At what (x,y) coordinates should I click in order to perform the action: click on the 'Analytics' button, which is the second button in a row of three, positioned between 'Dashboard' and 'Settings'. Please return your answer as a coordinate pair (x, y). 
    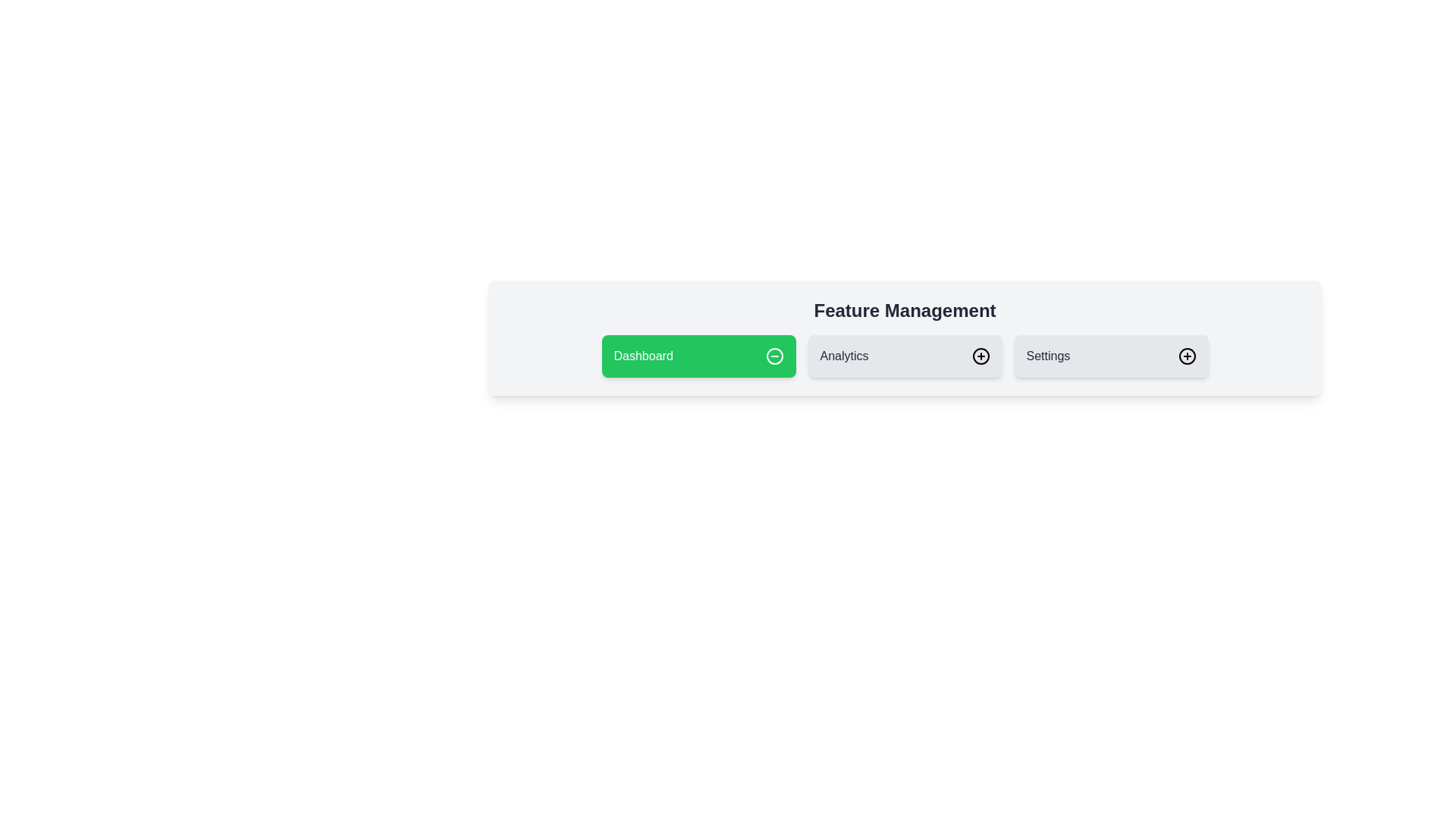
    Looking at the image, I should click on (905, 356).